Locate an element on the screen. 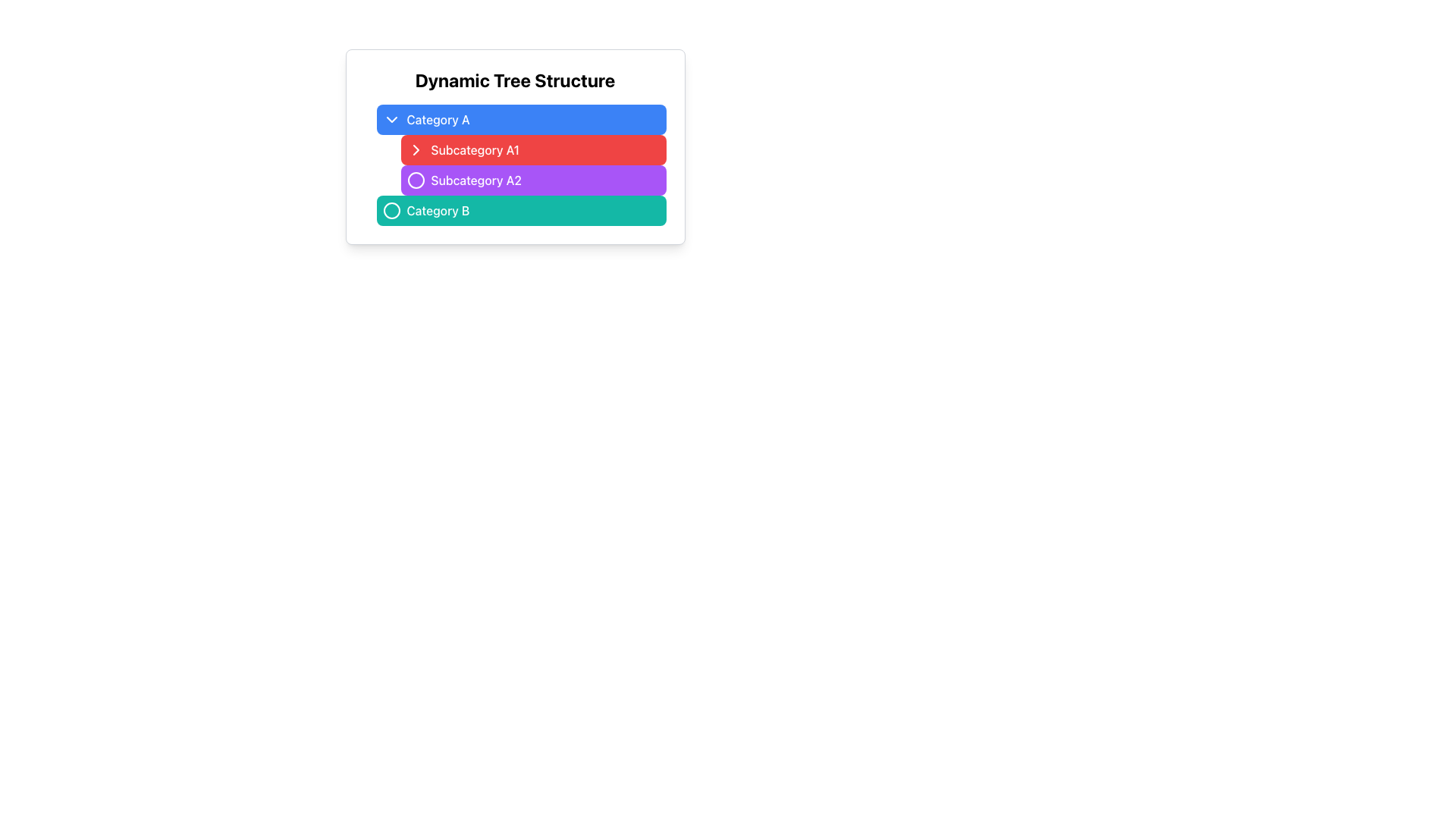 The height and width of the screenshot is (819, 1456). the rectangular button with a teal background labeled 'Category B' located beneath 'Subcategory A2' in the 'Dynamic Tree Structure' is located at coordinates (521, 210).